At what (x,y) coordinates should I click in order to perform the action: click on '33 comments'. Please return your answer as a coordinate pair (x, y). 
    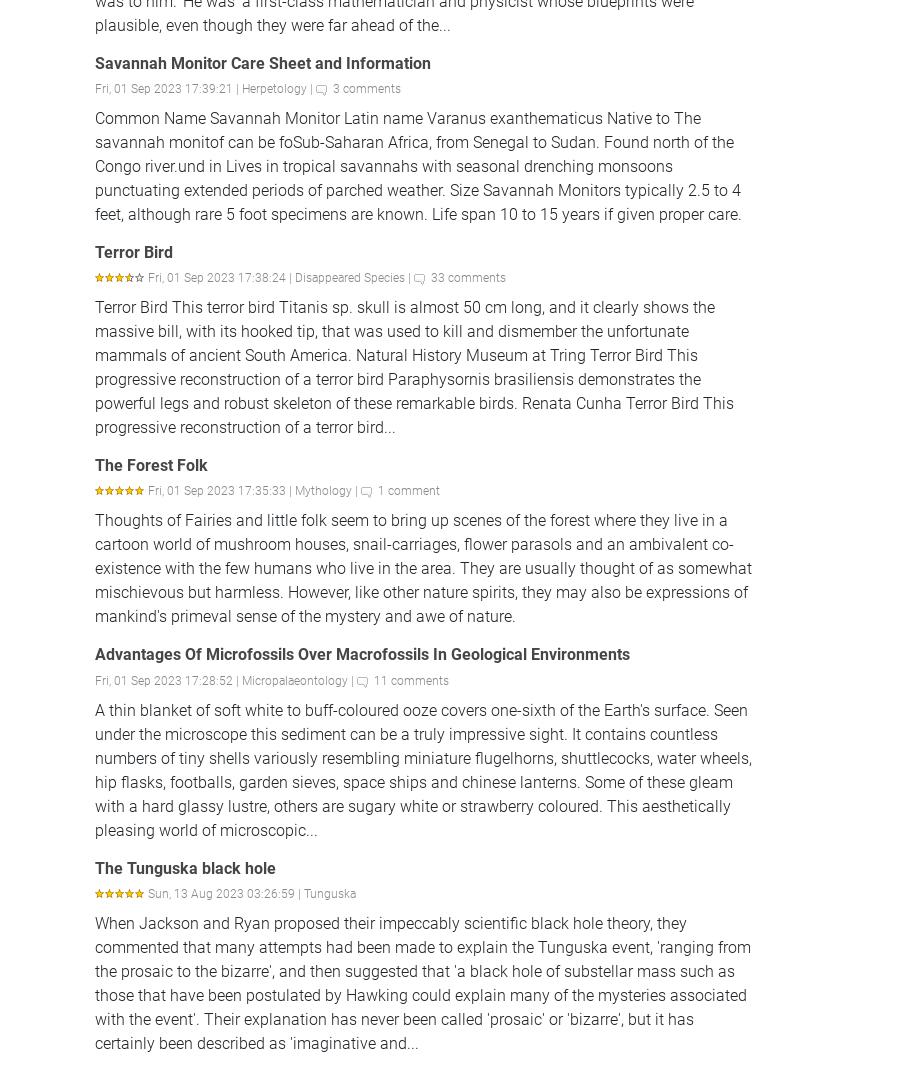
    Looking at the image, I should click on (431, 276).